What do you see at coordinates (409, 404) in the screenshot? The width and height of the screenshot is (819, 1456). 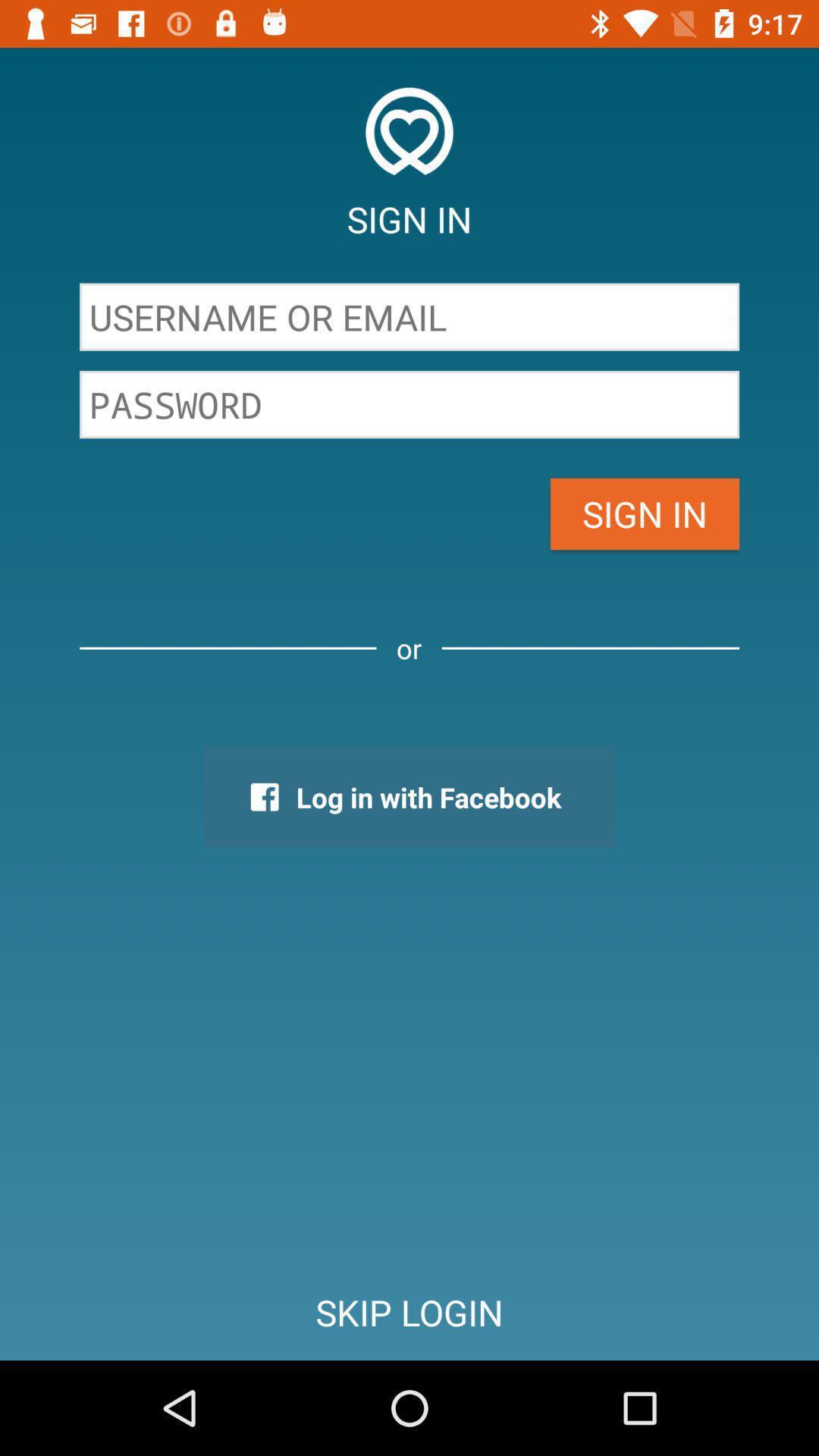 I see `email password` at bounding box center [409, 404].